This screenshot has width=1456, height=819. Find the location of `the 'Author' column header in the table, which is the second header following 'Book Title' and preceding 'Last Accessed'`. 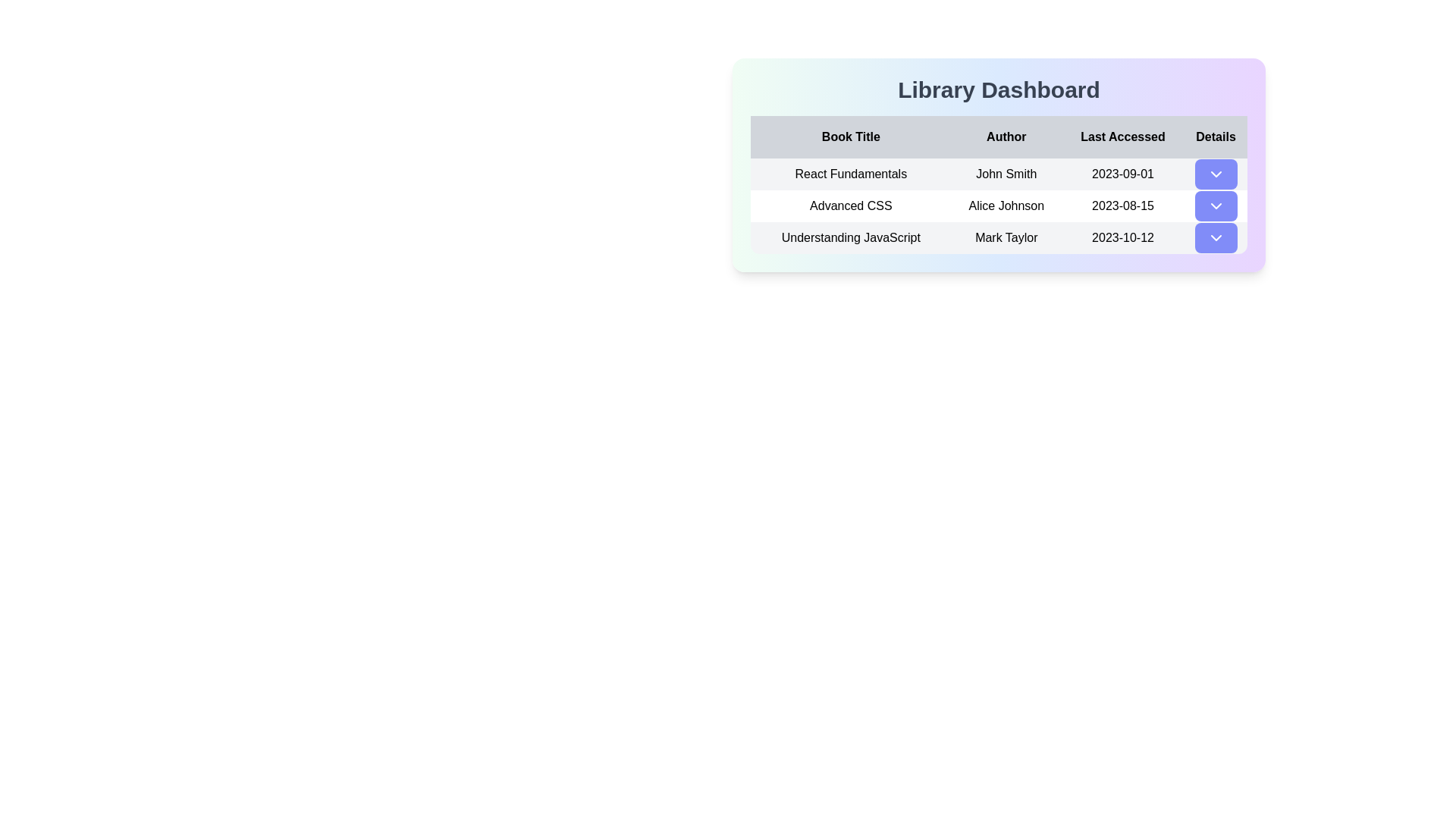

the 'Author' column header in the table, which is the second header following 'Book Title' and preceding 'Last Accessed' is located at coordinates (1006, 137).